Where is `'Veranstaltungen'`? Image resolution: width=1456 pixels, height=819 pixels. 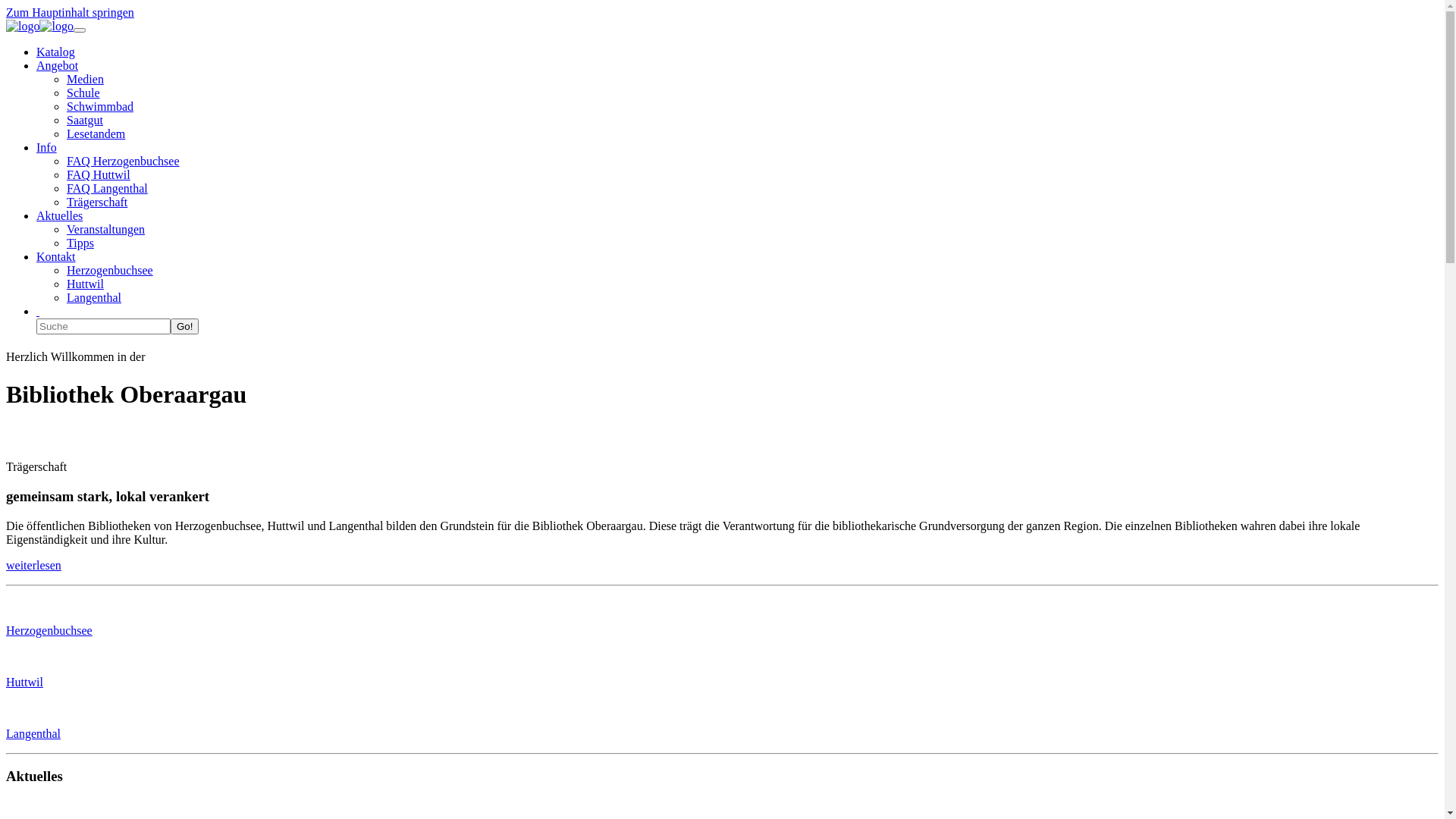
'Veranstaltungen' is located at coordinates (65, 229).